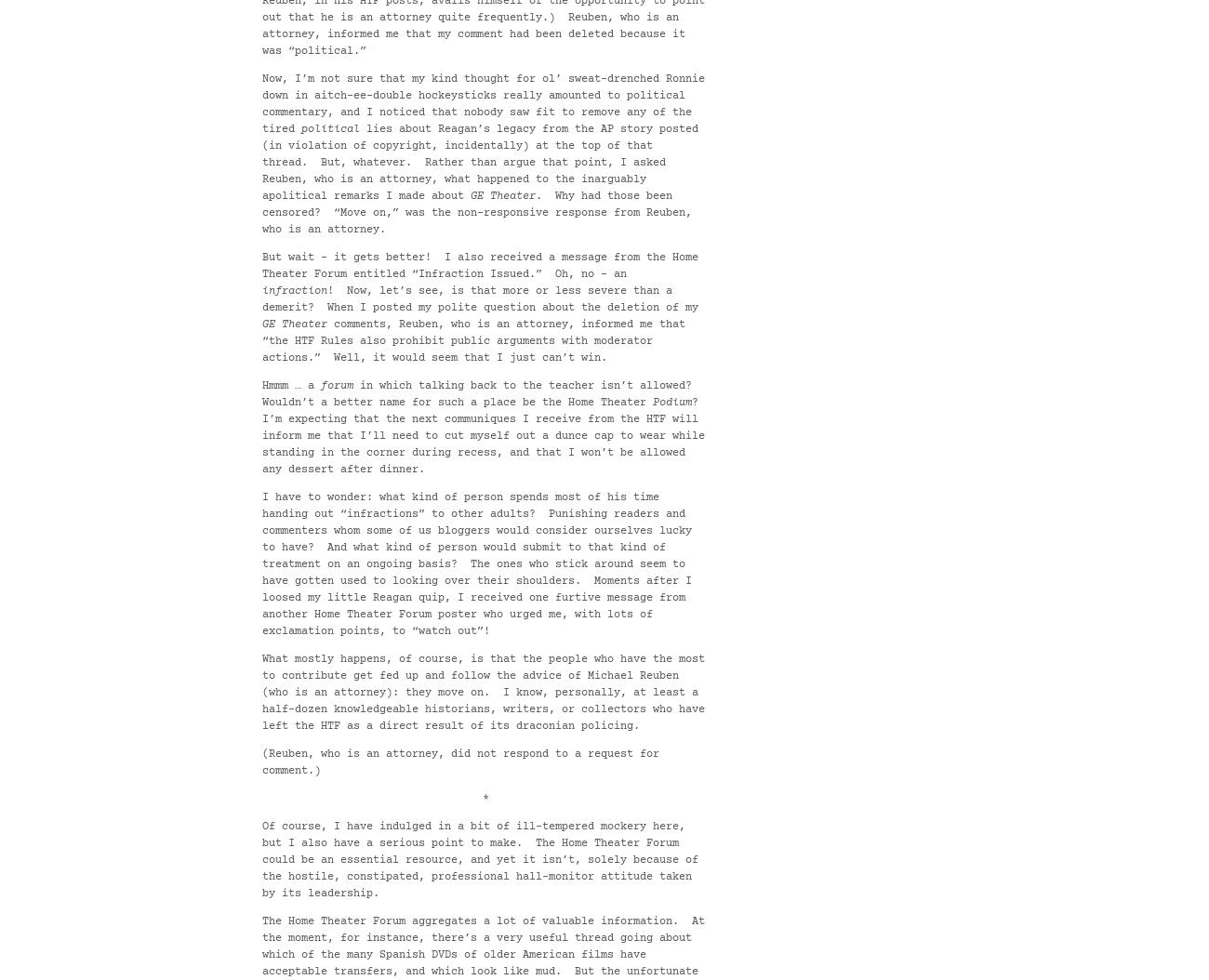 The image size is (1209, 980). What do you see at coordinates (485, 799) in the screenshot?
I see `'*'` at bounding box center [485, 799].